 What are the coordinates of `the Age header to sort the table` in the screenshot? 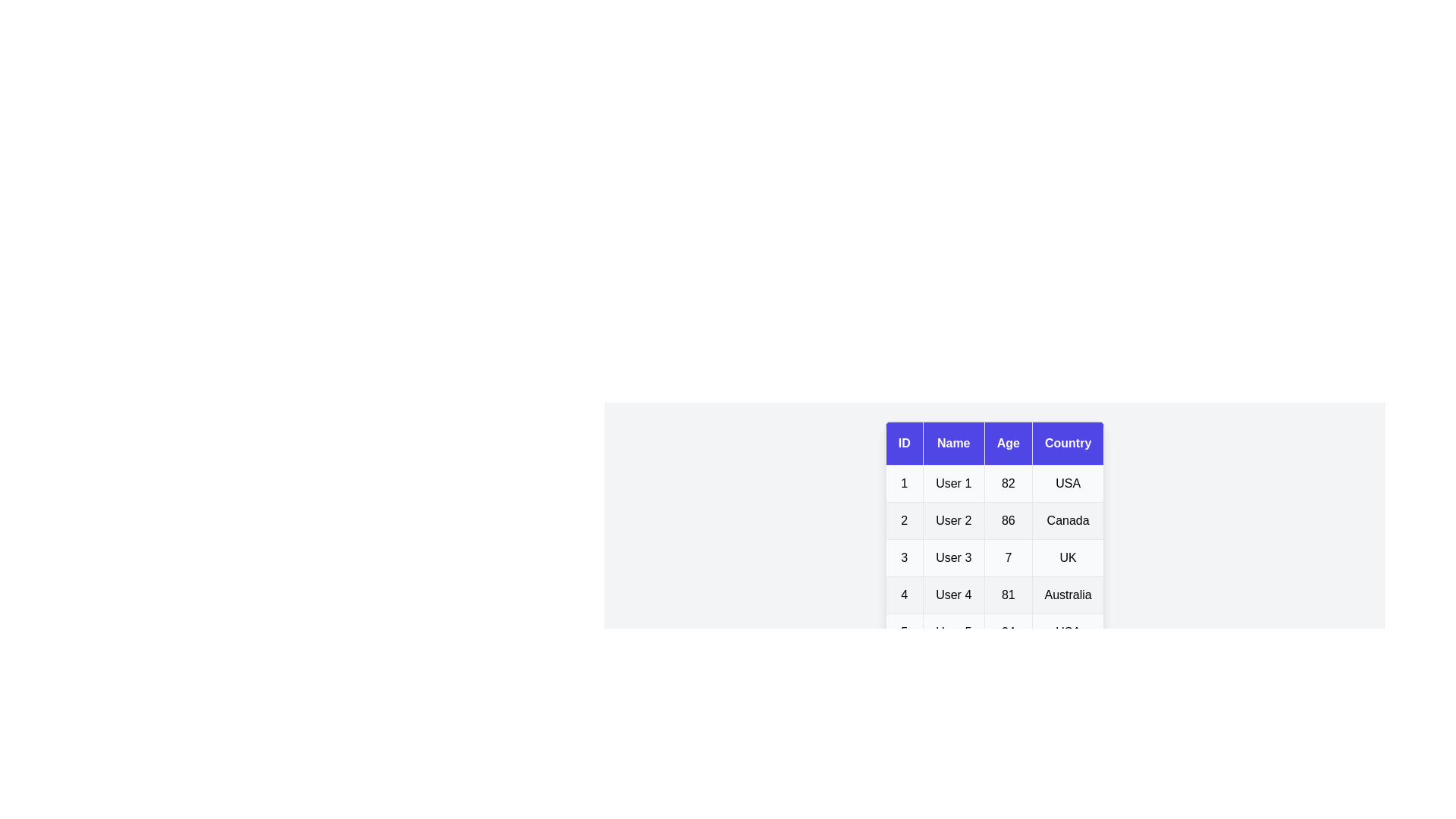 It's located at (1008, 444).